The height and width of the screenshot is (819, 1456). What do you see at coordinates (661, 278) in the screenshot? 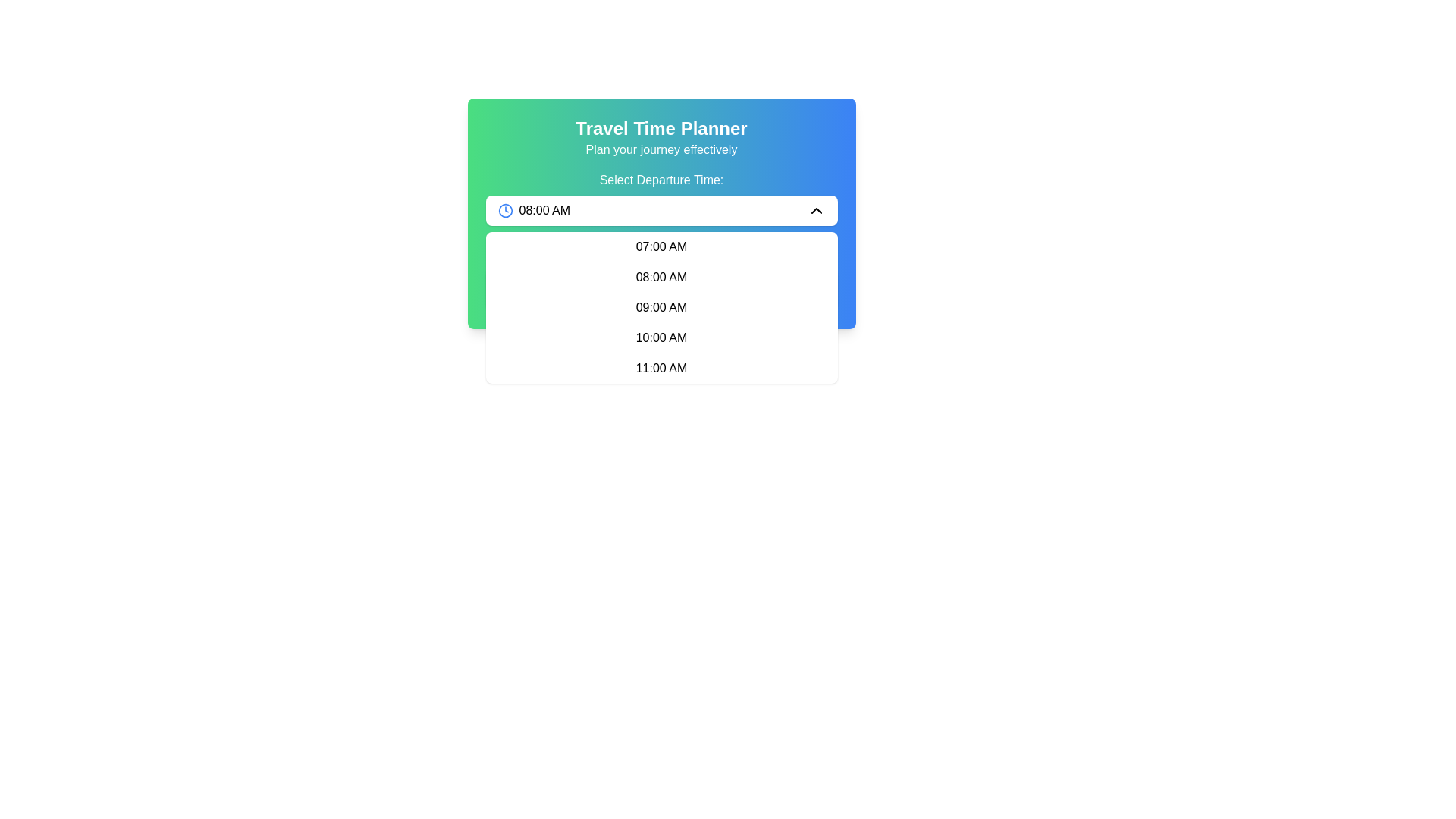
I see `the dropdown menu item displaying '08:00 AM', which is the second option in the list of time selections under 'Select Departure Time'` at bounding box center [661, 278].